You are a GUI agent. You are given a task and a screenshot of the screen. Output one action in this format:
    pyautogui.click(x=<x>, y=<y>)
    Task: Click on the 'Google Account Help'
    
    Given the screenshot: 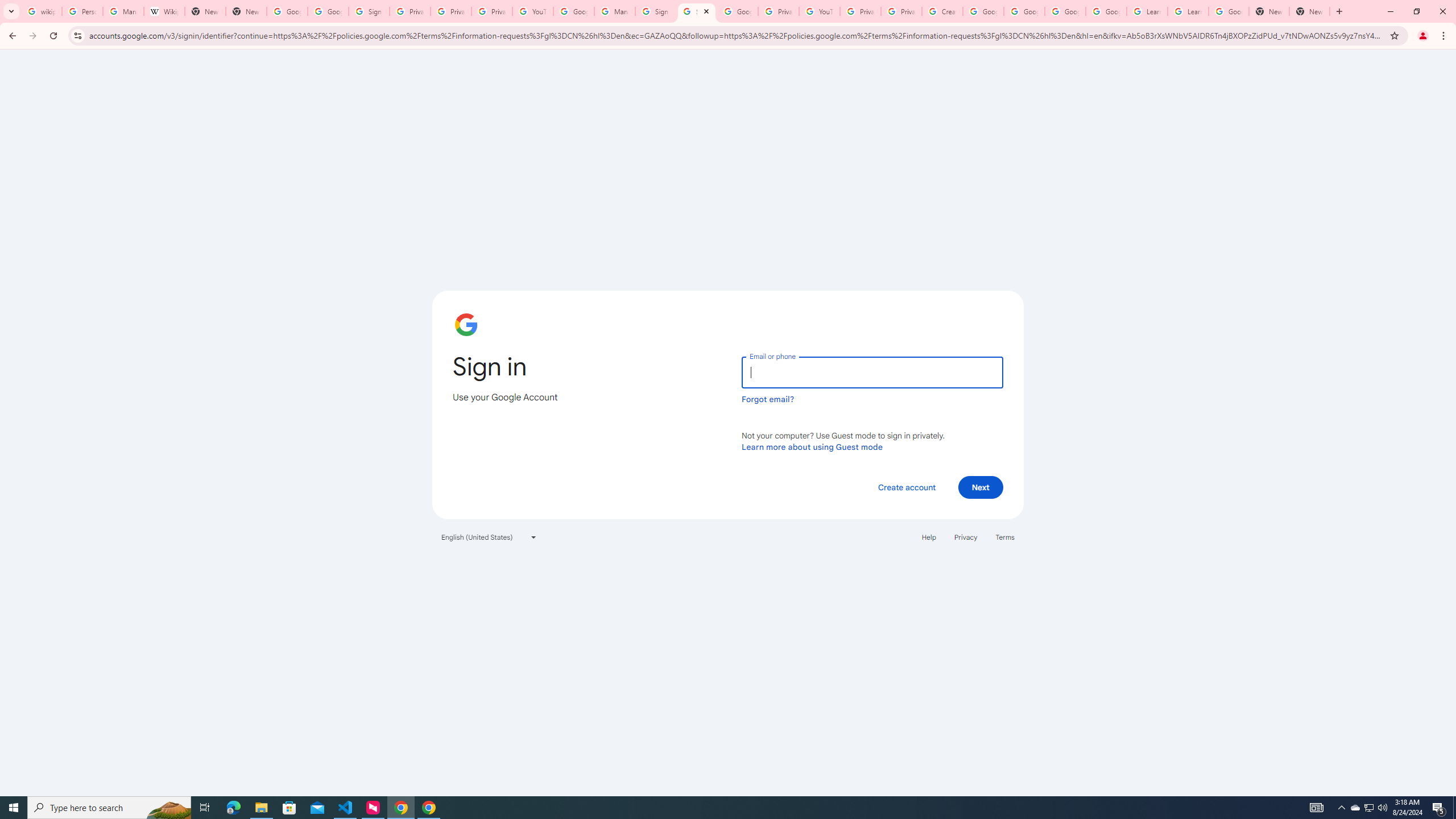 What is the action you would take?
    pyautogui.click(x=1064, y=11)
    